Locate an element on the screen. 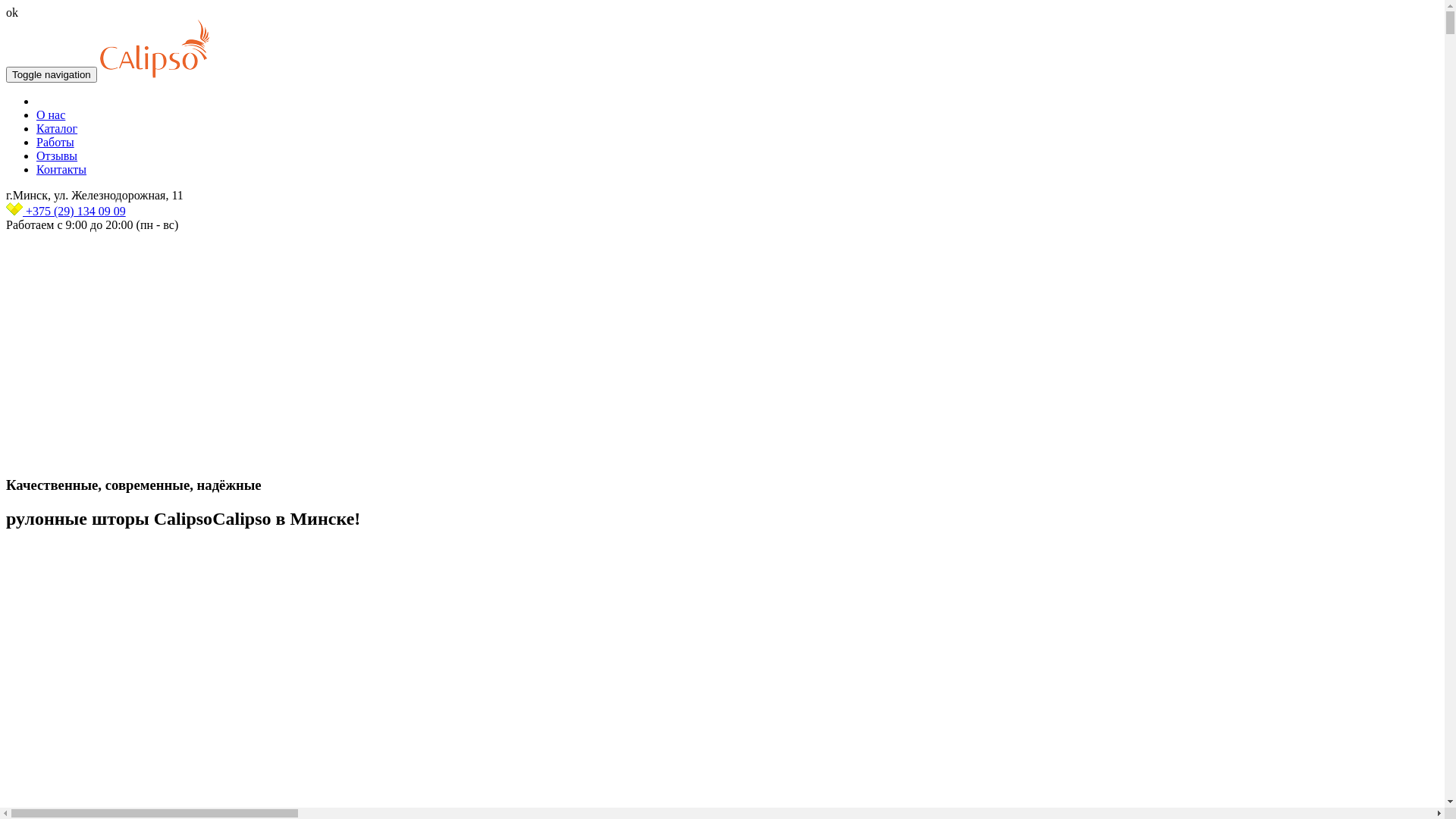  'Toggle navigation' is located at coordinates (51, 74).